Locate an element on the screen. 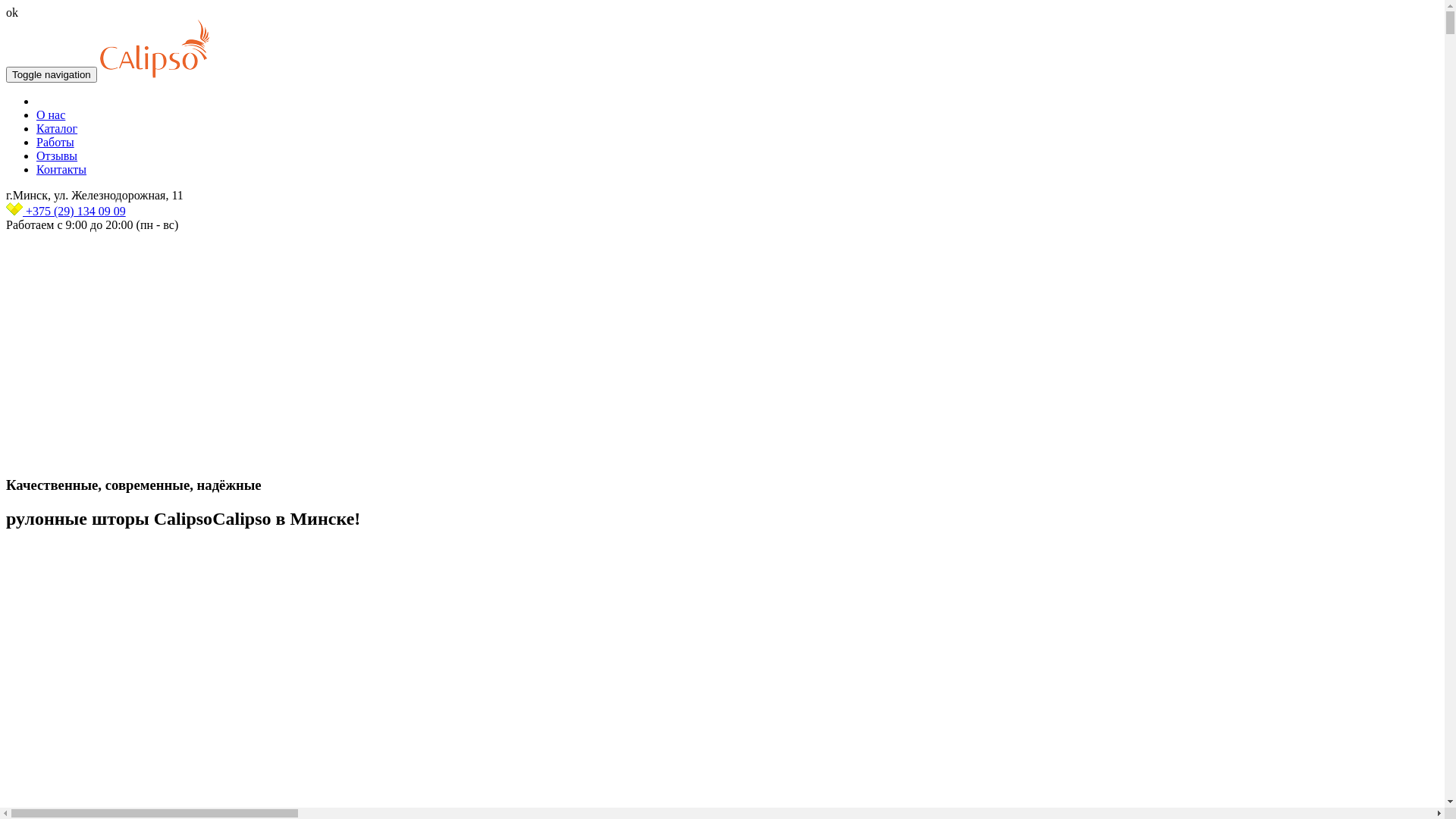  'Toggle navigation' is located at coordinates (51, 74).